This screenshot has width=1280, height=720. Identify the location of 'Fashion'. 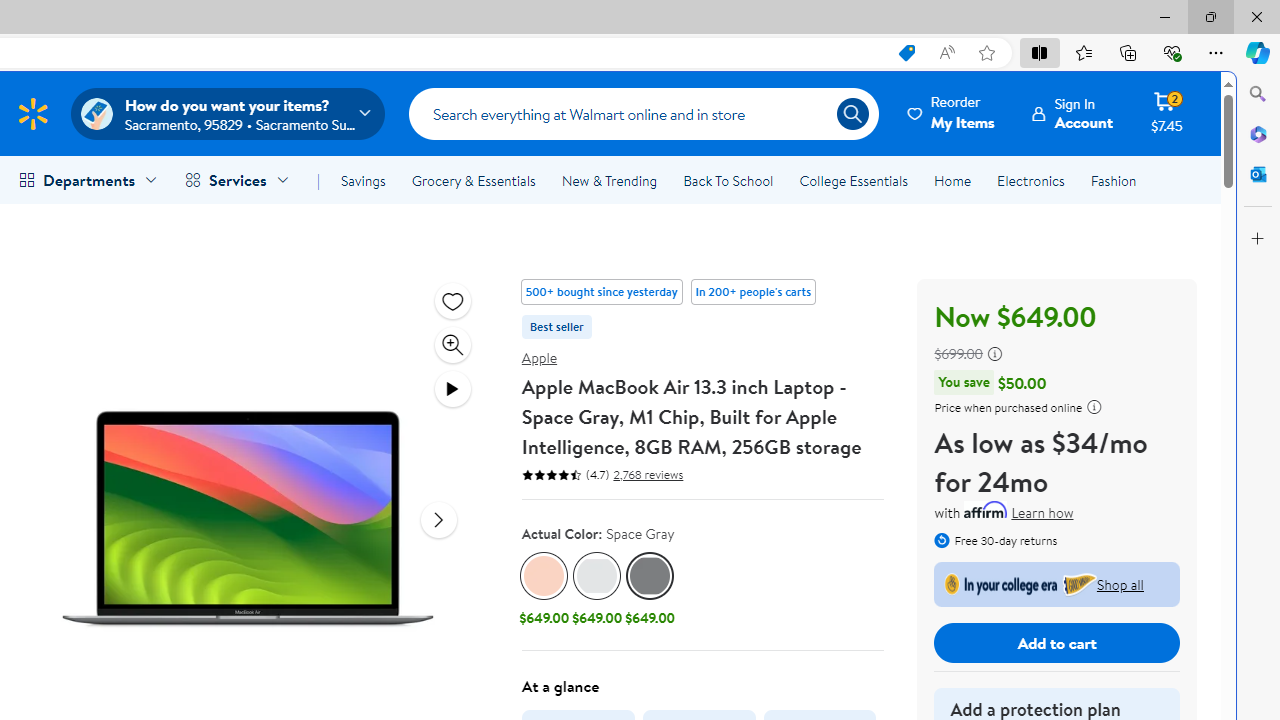
(1112, 181).